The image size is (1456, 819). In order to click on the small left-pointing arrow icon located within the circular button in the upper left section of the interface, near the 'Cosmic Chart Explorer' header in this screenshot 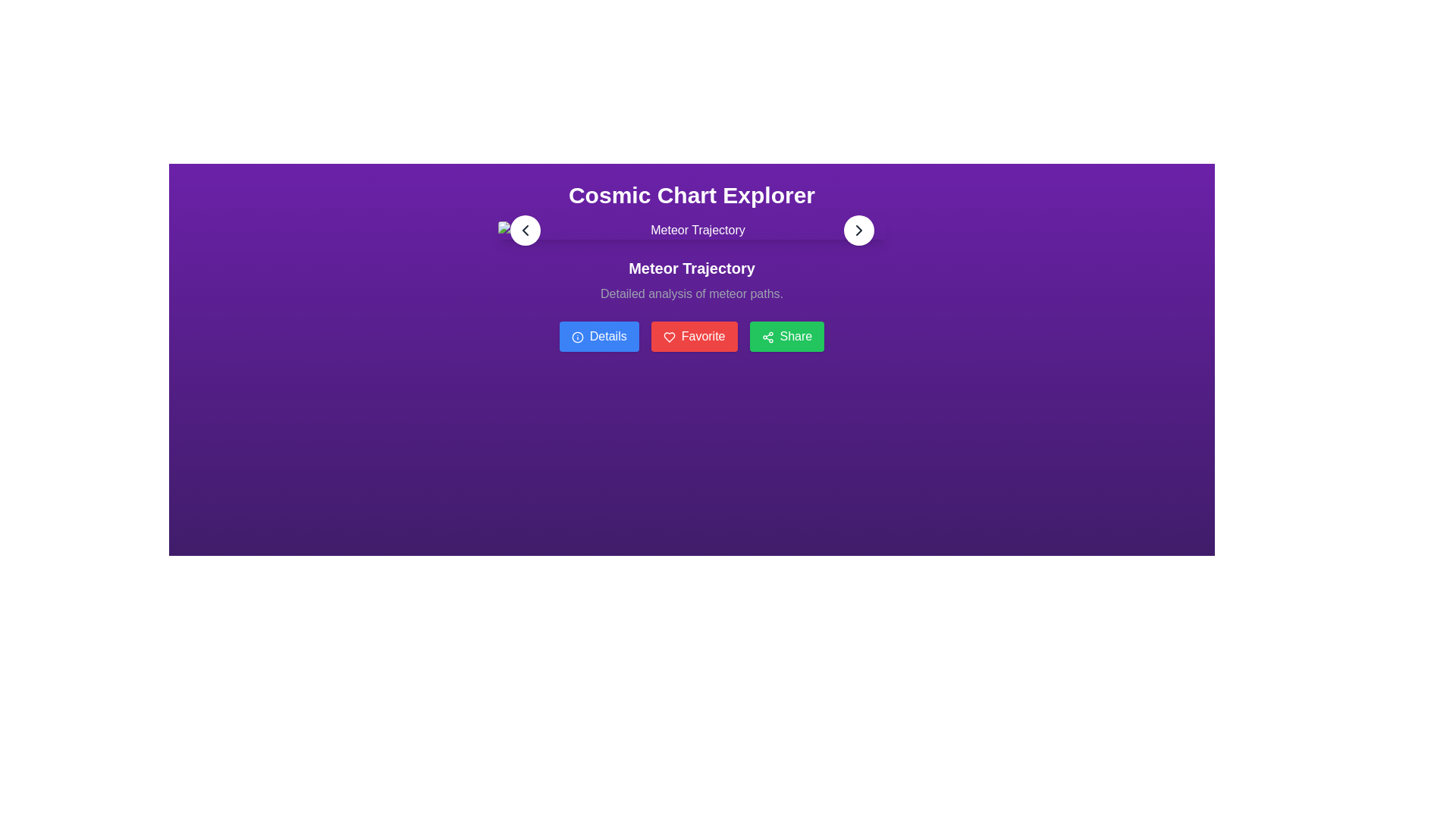, I will do `click(525, 231)`.